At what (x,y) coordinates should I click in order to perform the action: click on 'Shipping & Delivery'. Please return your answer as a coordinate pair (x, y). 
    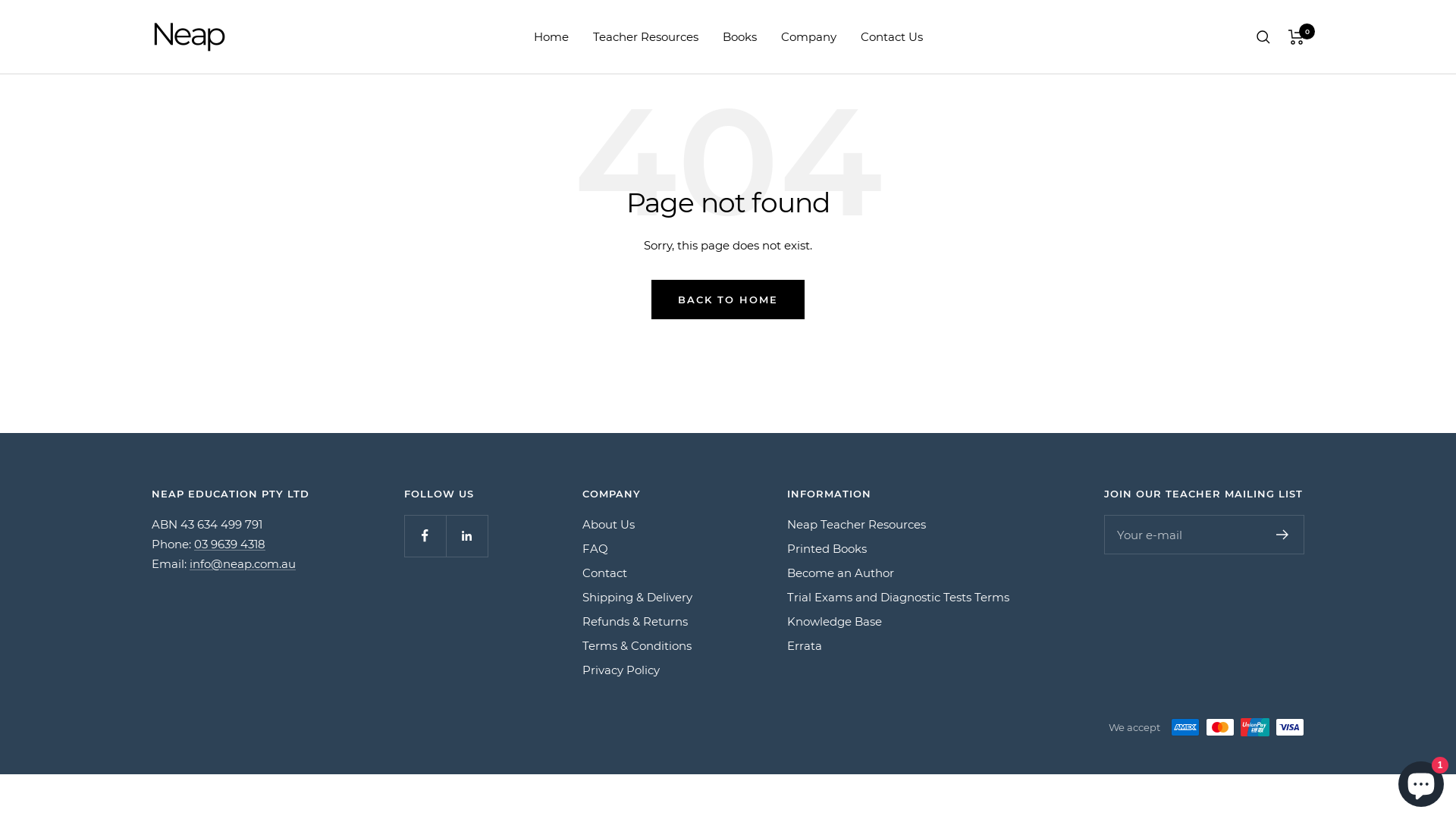
    Looking at the image, I should click on (582, 596).